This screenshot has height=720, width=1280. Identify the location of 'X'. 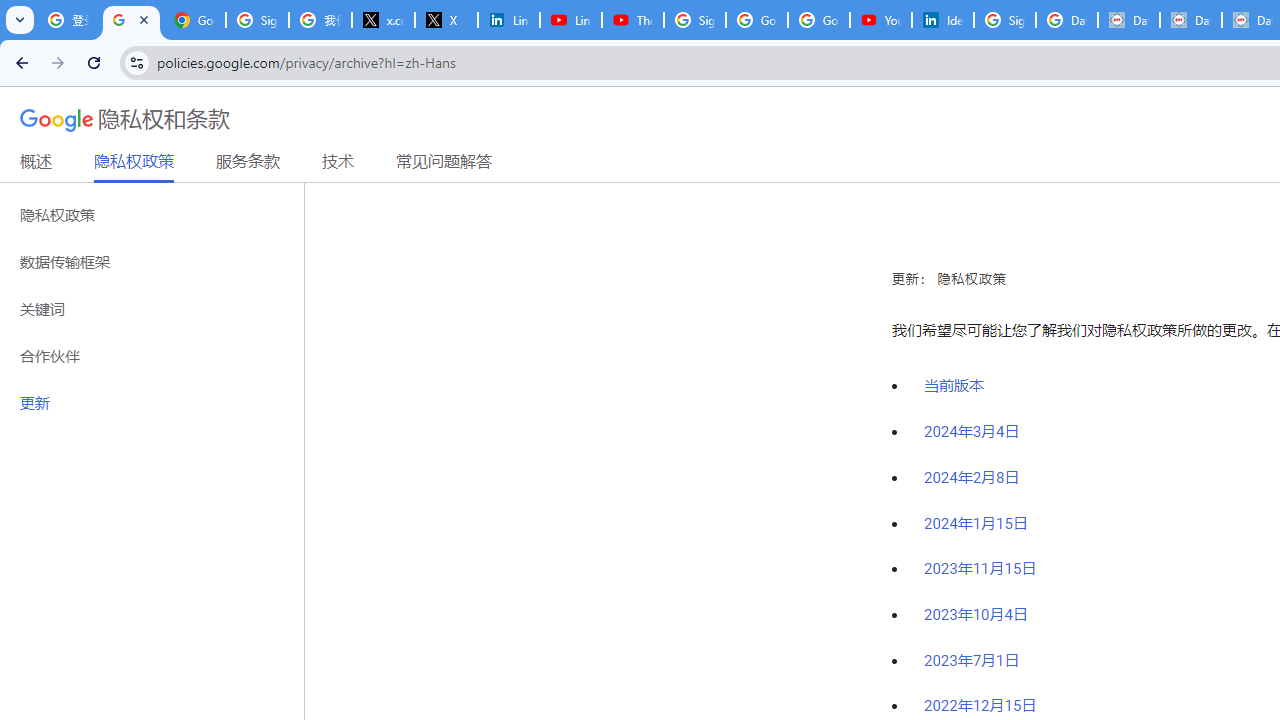
(445, 20).